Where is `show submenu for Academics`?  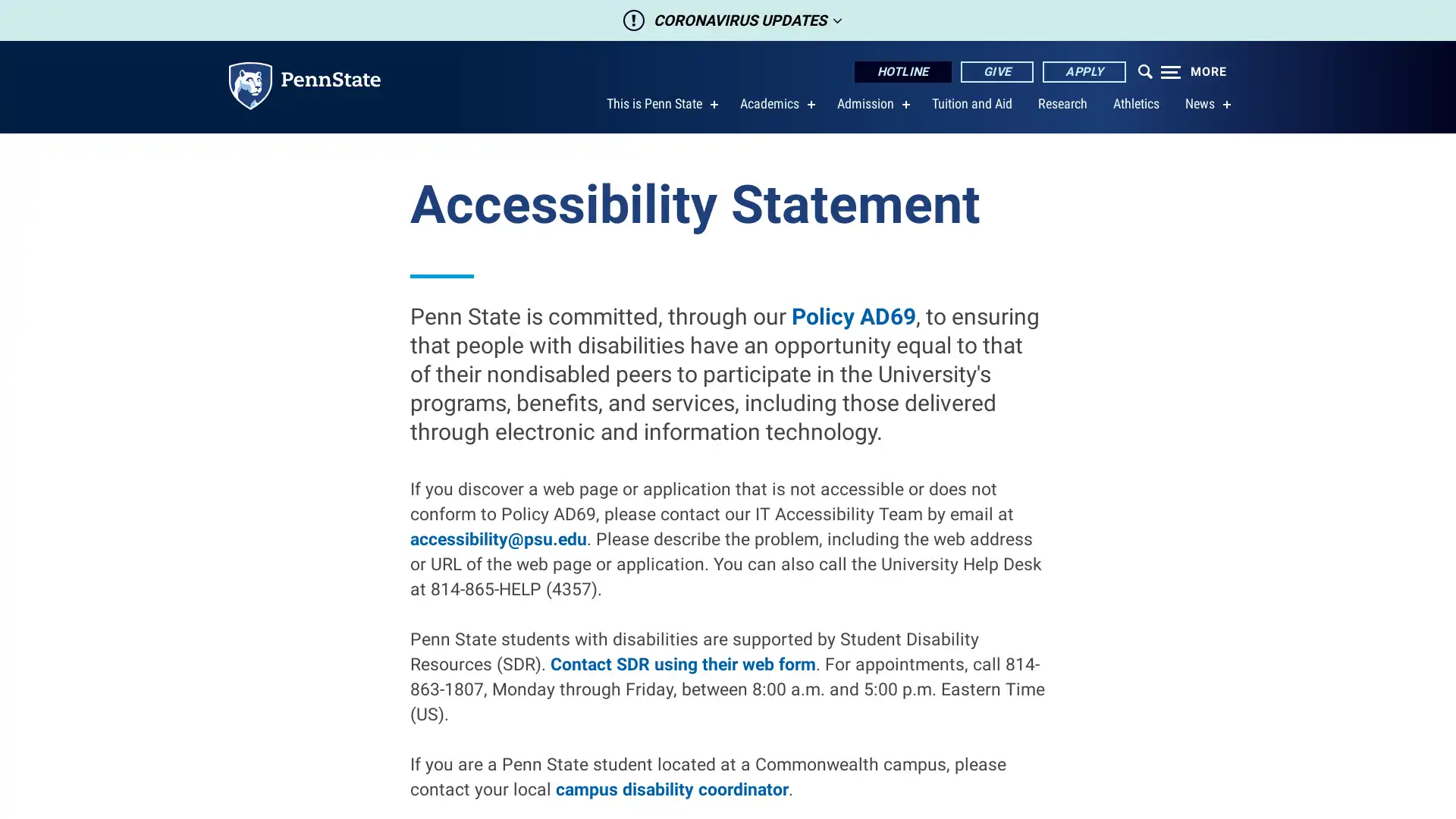
show submenu for Academics is located at coordinates (804, 104).